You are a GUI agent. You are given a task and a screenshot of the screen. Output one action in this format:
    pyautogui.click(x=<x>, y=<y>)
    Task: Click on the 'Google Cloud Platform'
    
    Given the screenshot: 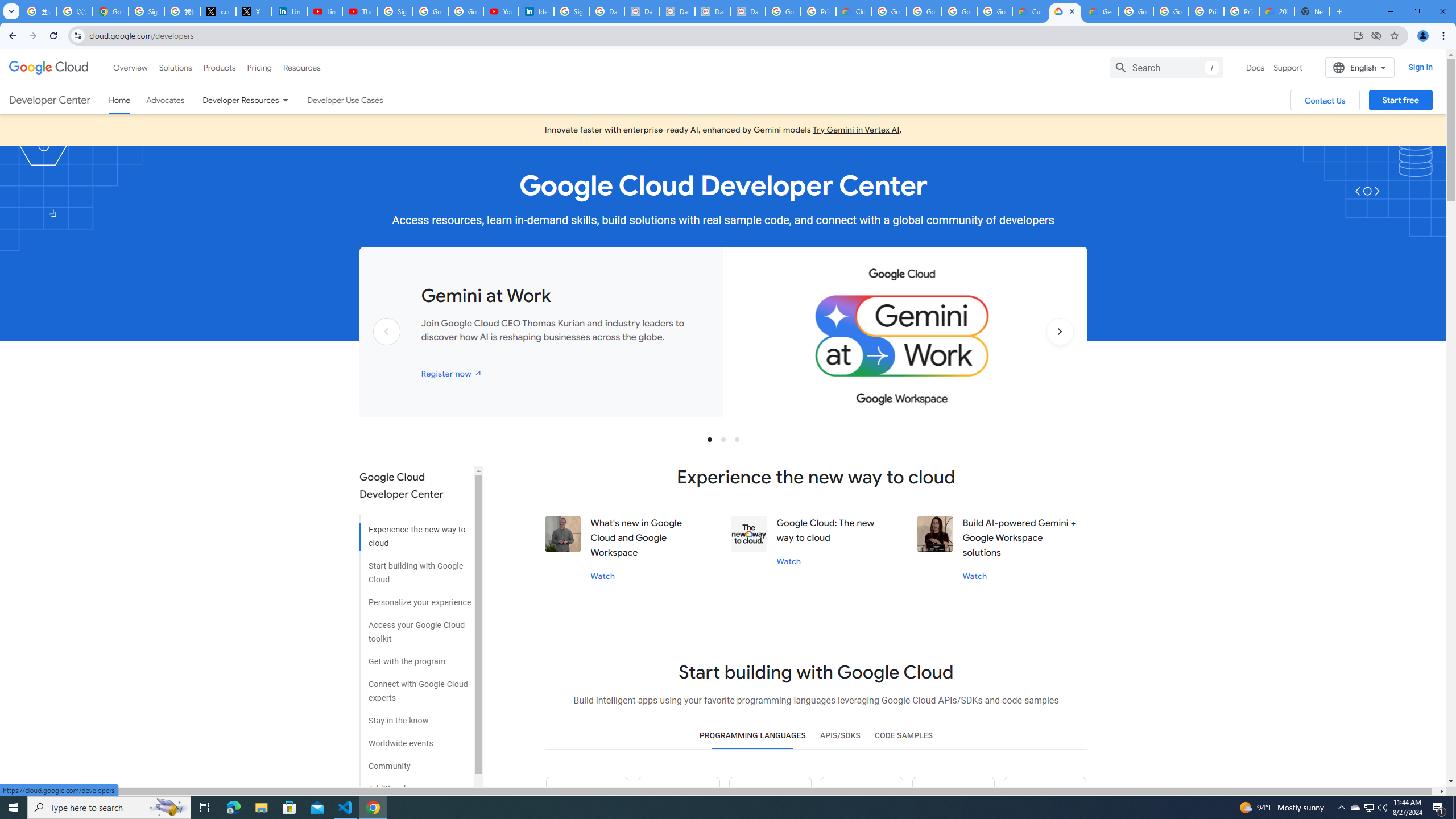 What is the action you would take?
    pyautogui.click(x=1135, y=11)
    